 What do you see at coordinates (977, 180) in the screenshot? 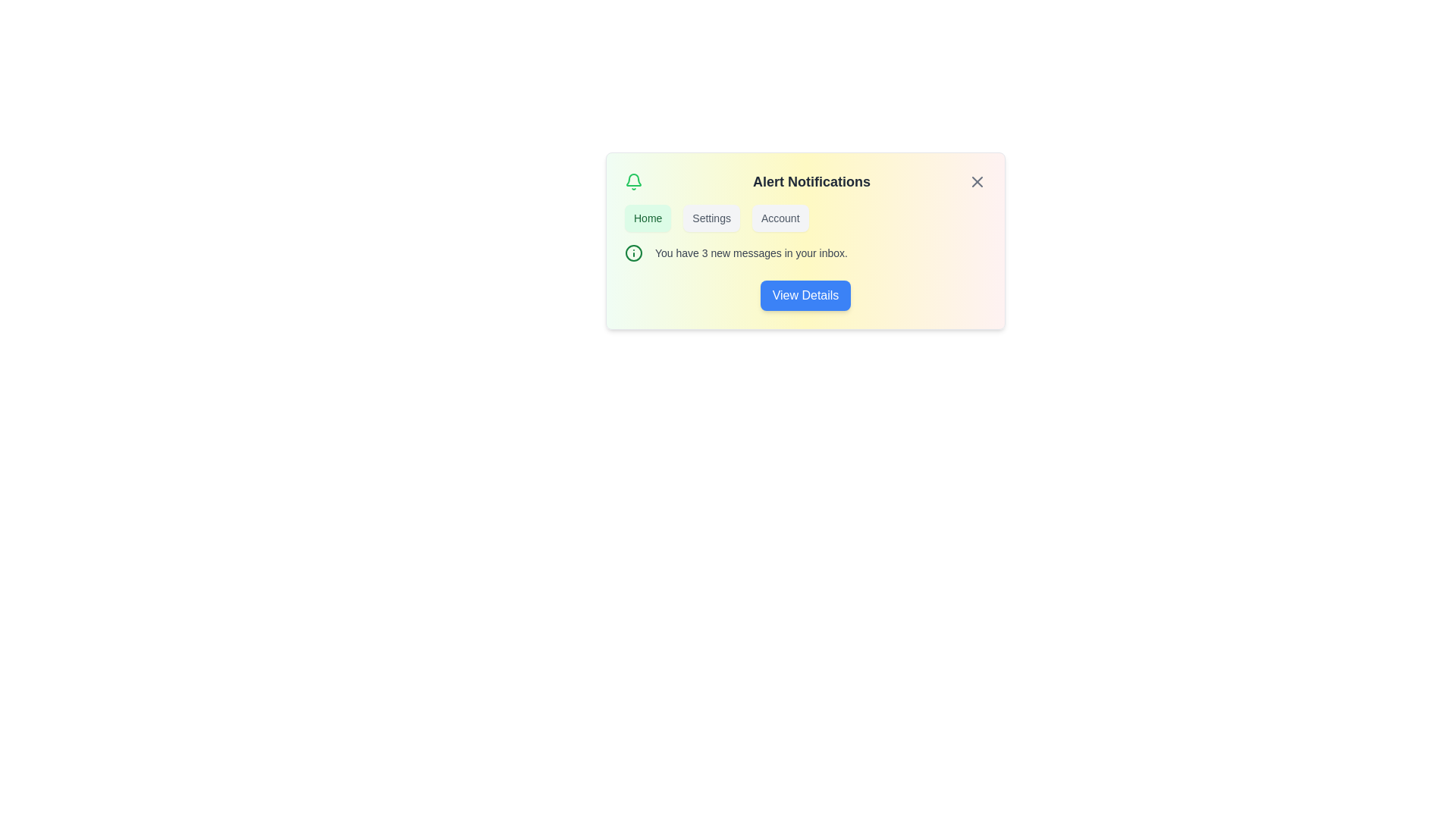
I see `the close button to dismiss the alert` at bounding box center [977, 180].